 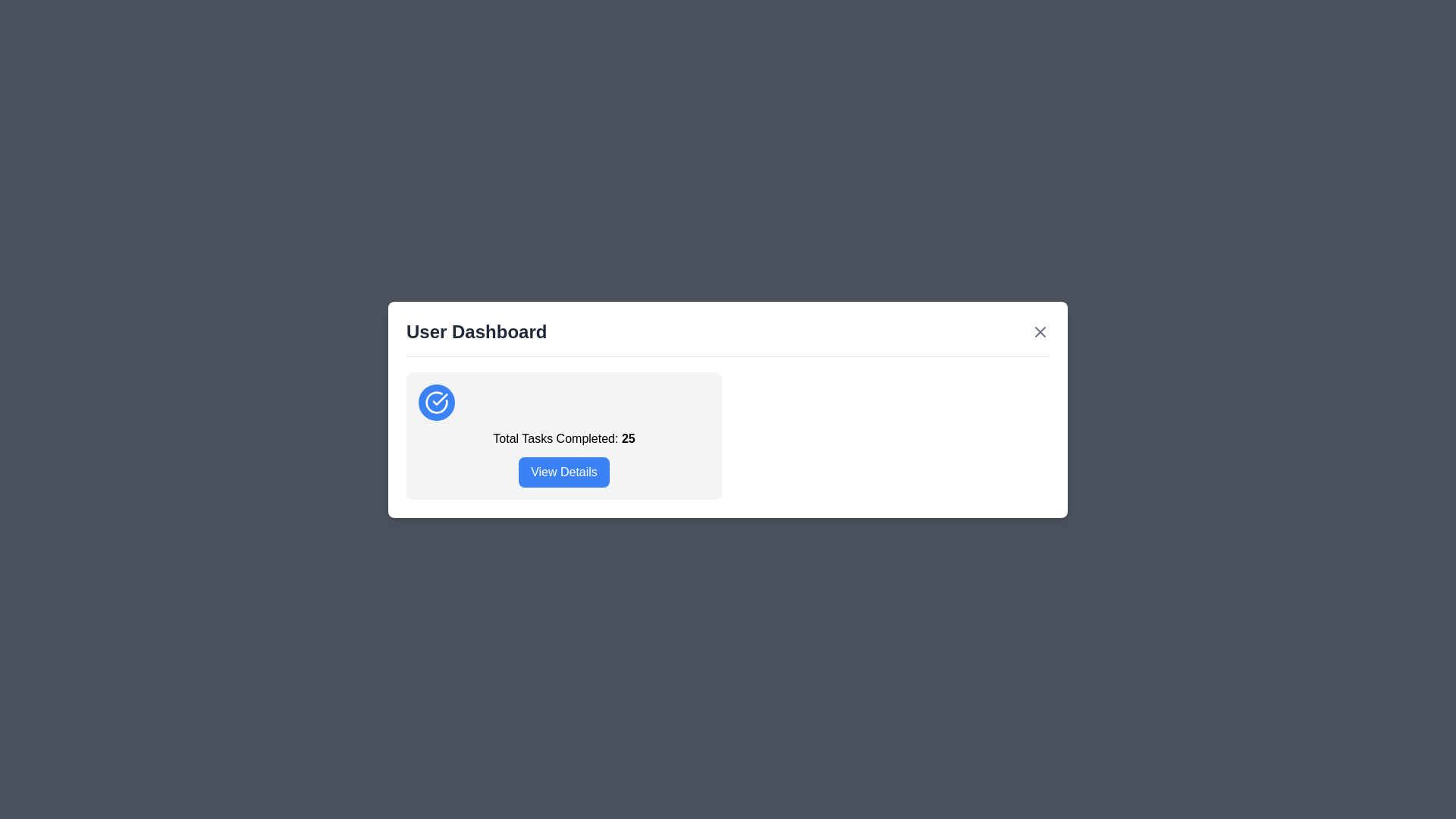 What do you see at coordinates (563, 435) in the screenshot?
I see `the Card component that displays 'Total Tasks Completed: 25' with a blue button labeled 'View Details' at the bottom` at bounding box center [563, 435].